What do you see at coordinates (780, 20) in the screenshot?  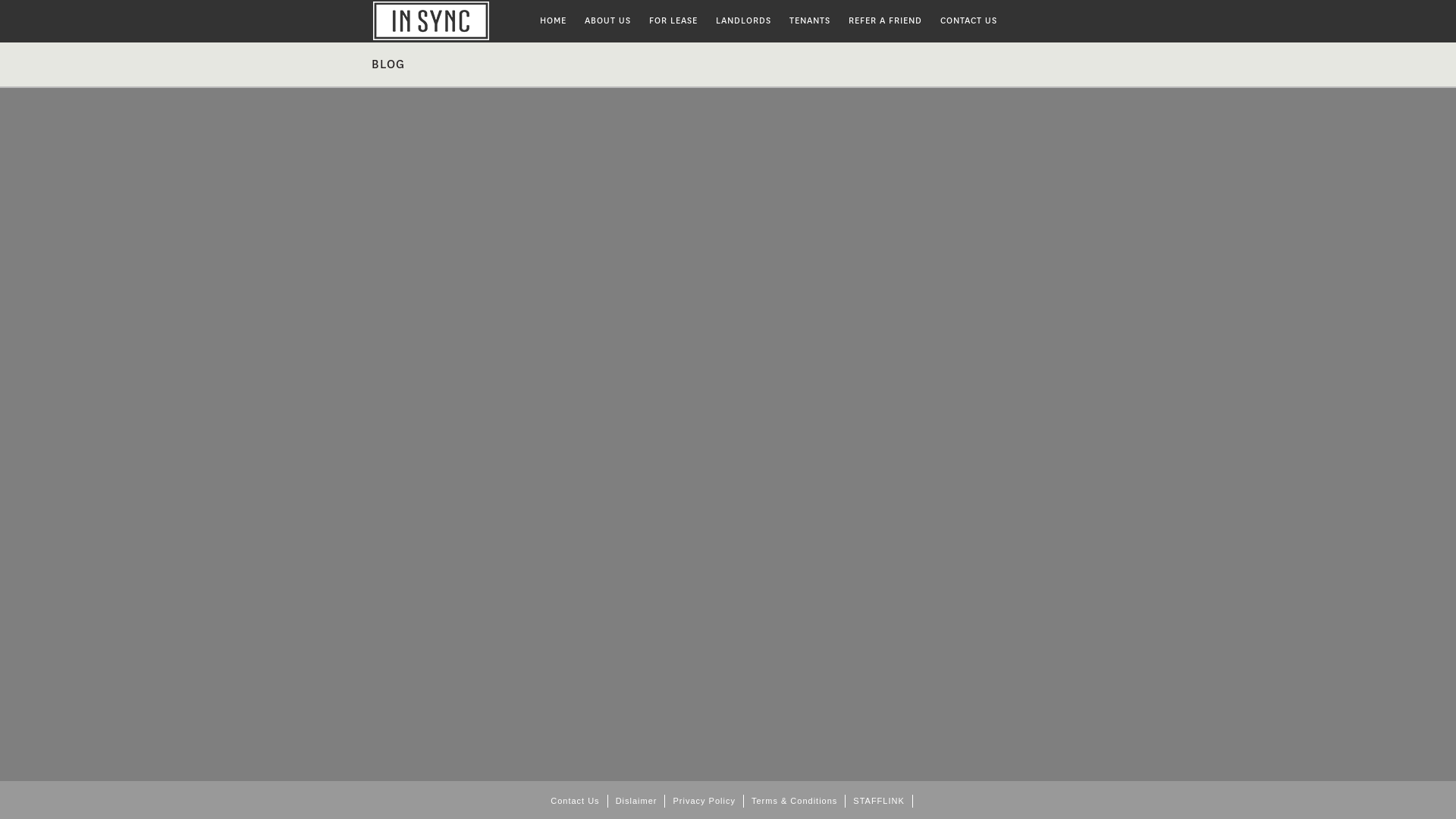 I see `'TENANTS'` at bounding box center [780, 20].